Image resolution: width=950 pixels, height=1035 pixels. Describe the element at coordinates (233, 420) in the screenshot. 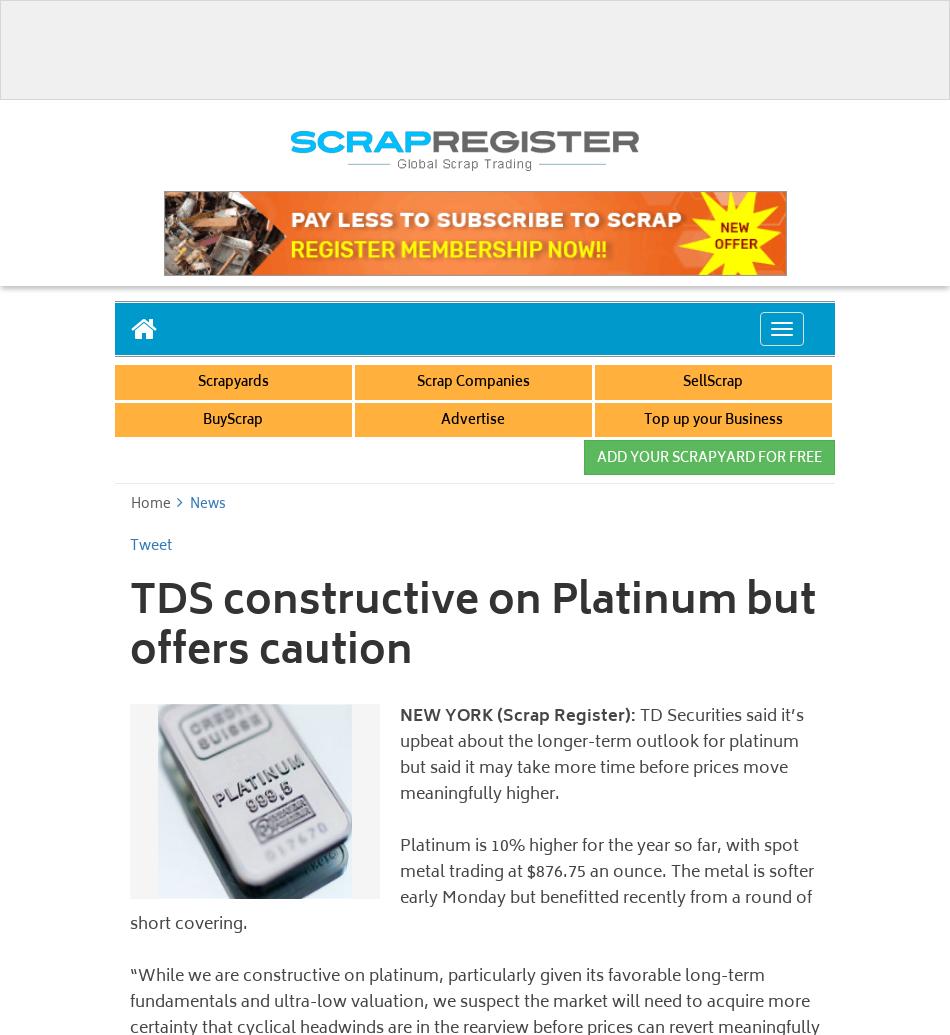

I see `'BuyScrap'` at that location.